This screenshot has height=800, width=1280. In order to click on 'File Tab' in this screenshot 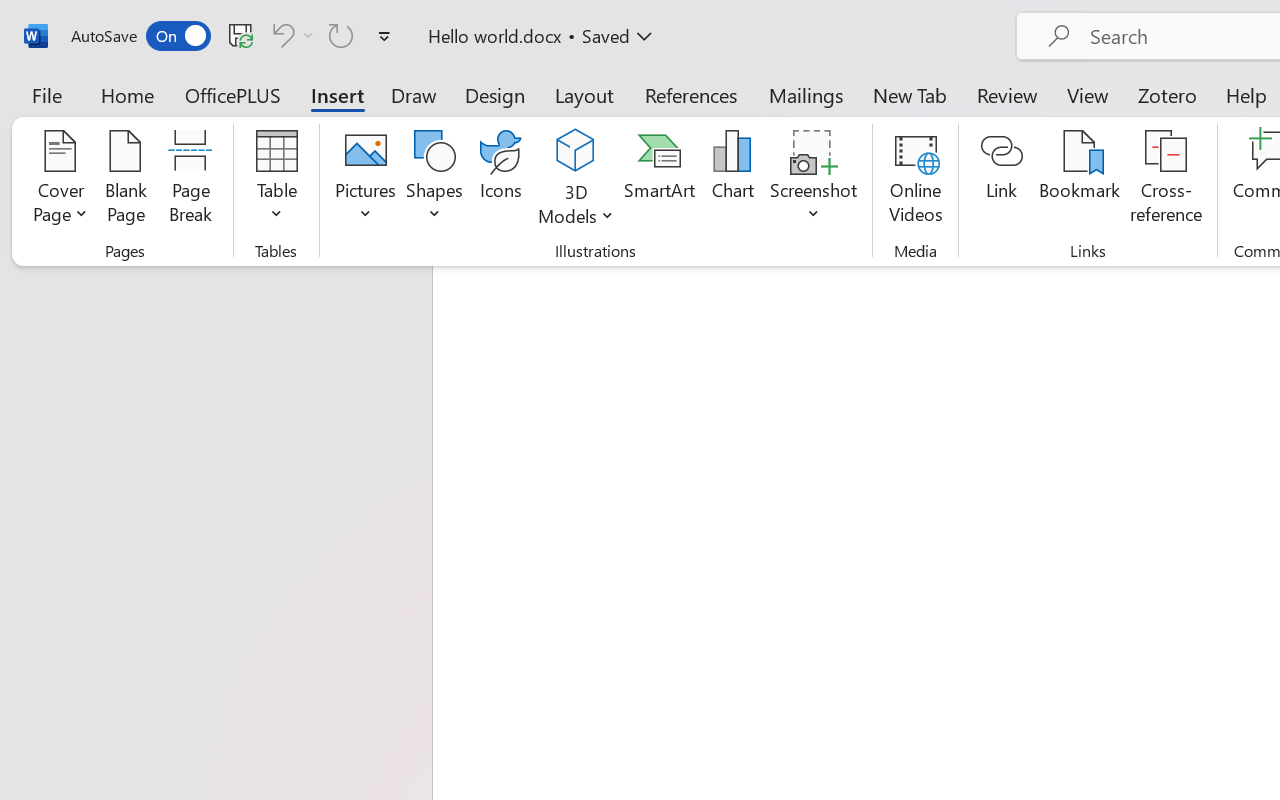, I will do `click(46, 94)`.